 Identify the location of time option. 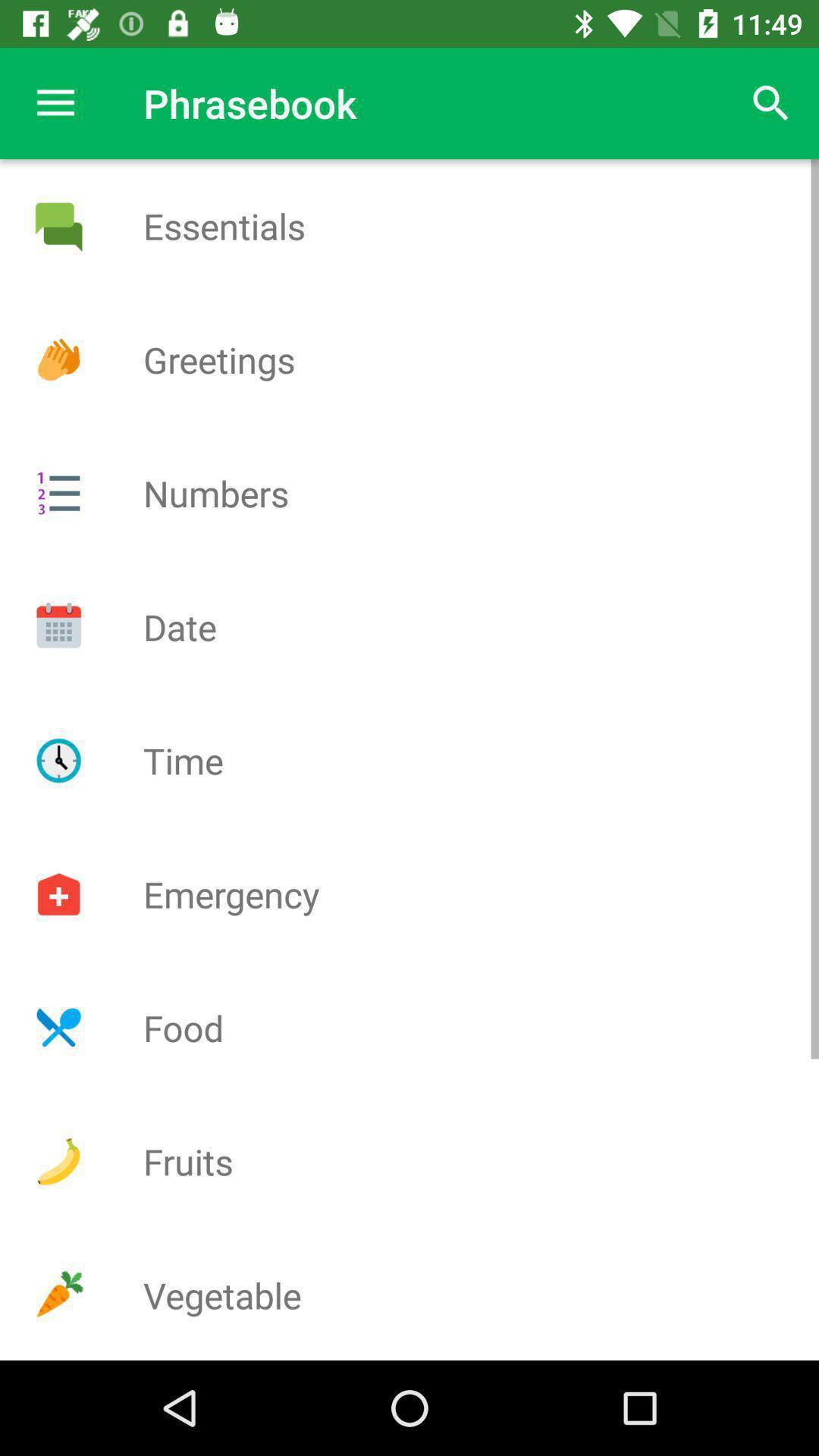
(58, 761).